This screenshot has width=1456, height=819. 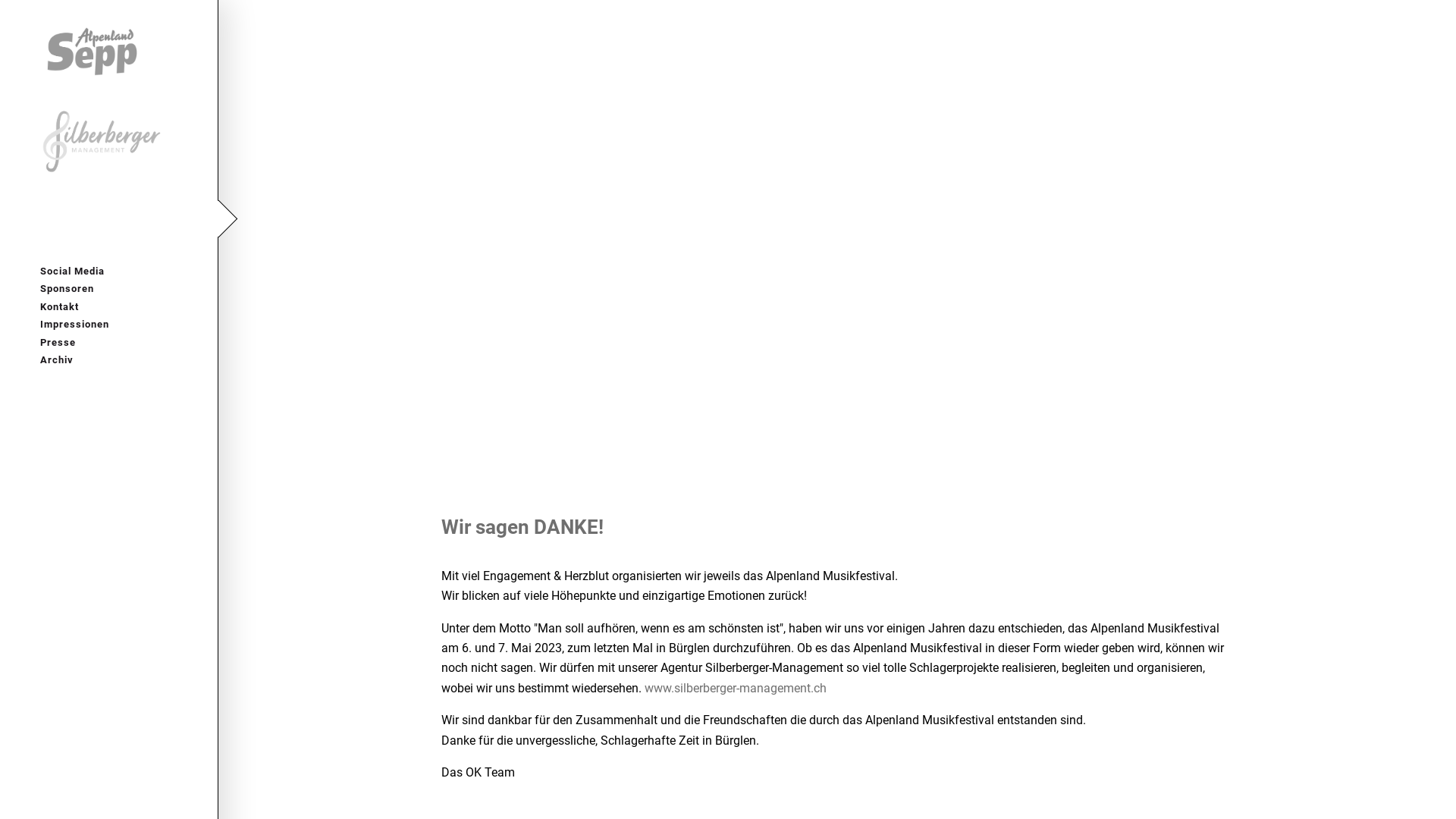 What do you see at coordinates (103, 49) in the screenshot?
I see `'Alpenland Sepp'` at bounding box center [103, 49].